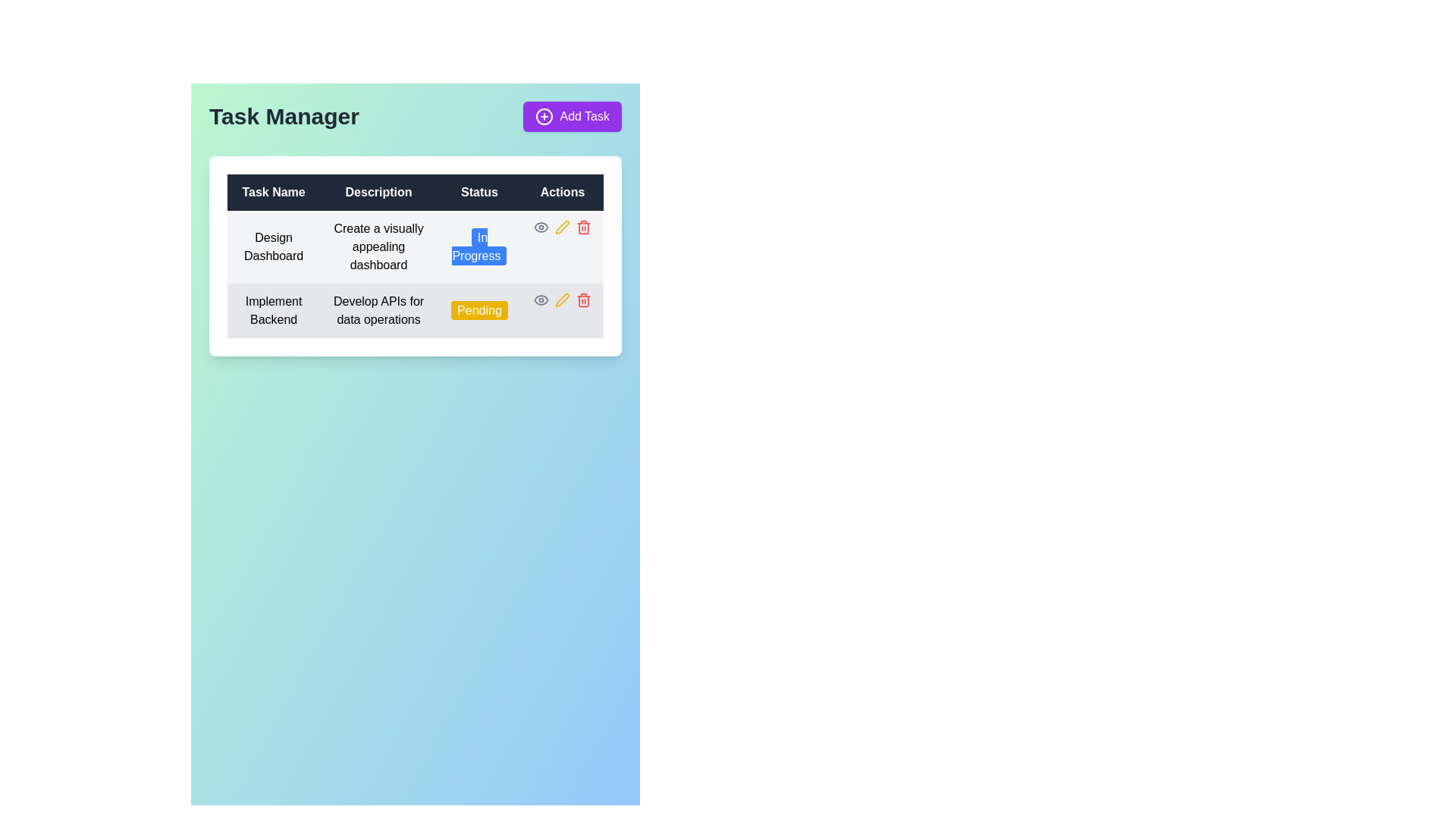 The height and width of the screenshot is (819, 1456). What do you see at coordinates (561, 227) in the screenshot?
I see `the gray eye icon in the action bar` at bounding box center [561, 227].